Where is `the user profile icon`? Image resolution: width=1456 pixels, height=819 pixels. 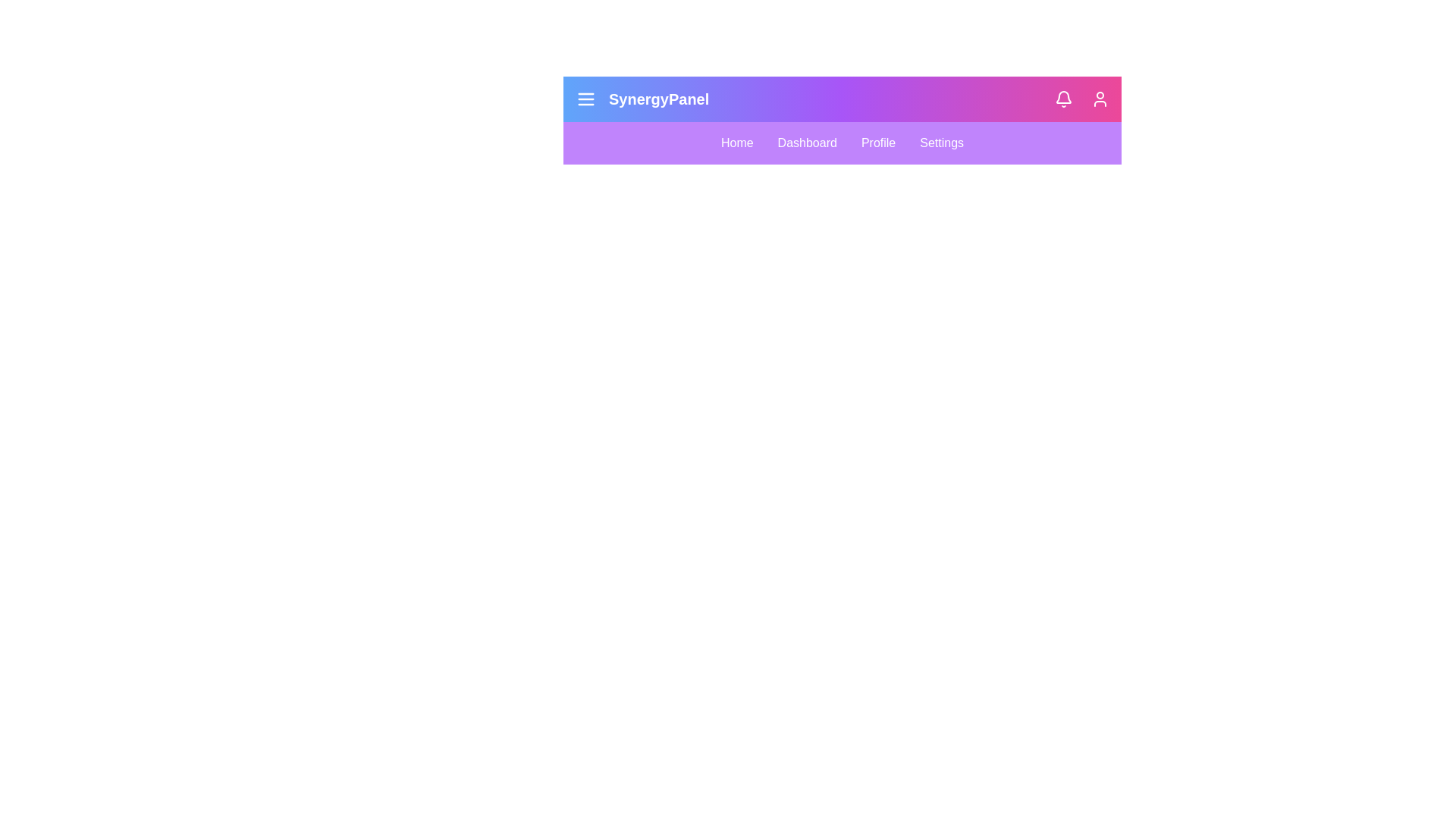 the user profile icon is located at coordinates (1100, 99).